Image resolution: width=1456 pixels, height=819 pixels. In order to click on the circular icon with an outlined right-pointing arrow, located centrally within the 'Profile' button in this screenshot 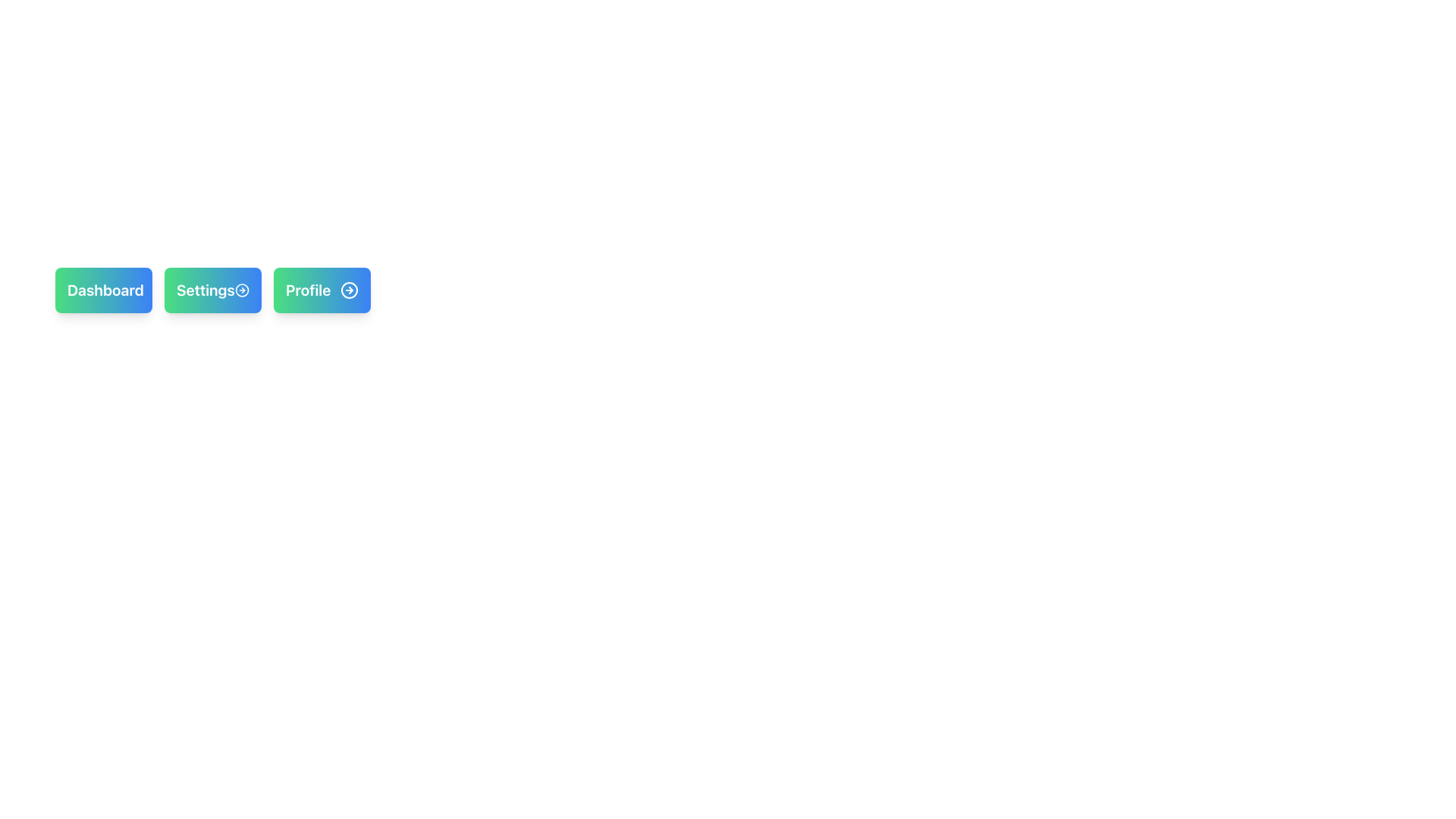, I will do `click(348, 290)`.